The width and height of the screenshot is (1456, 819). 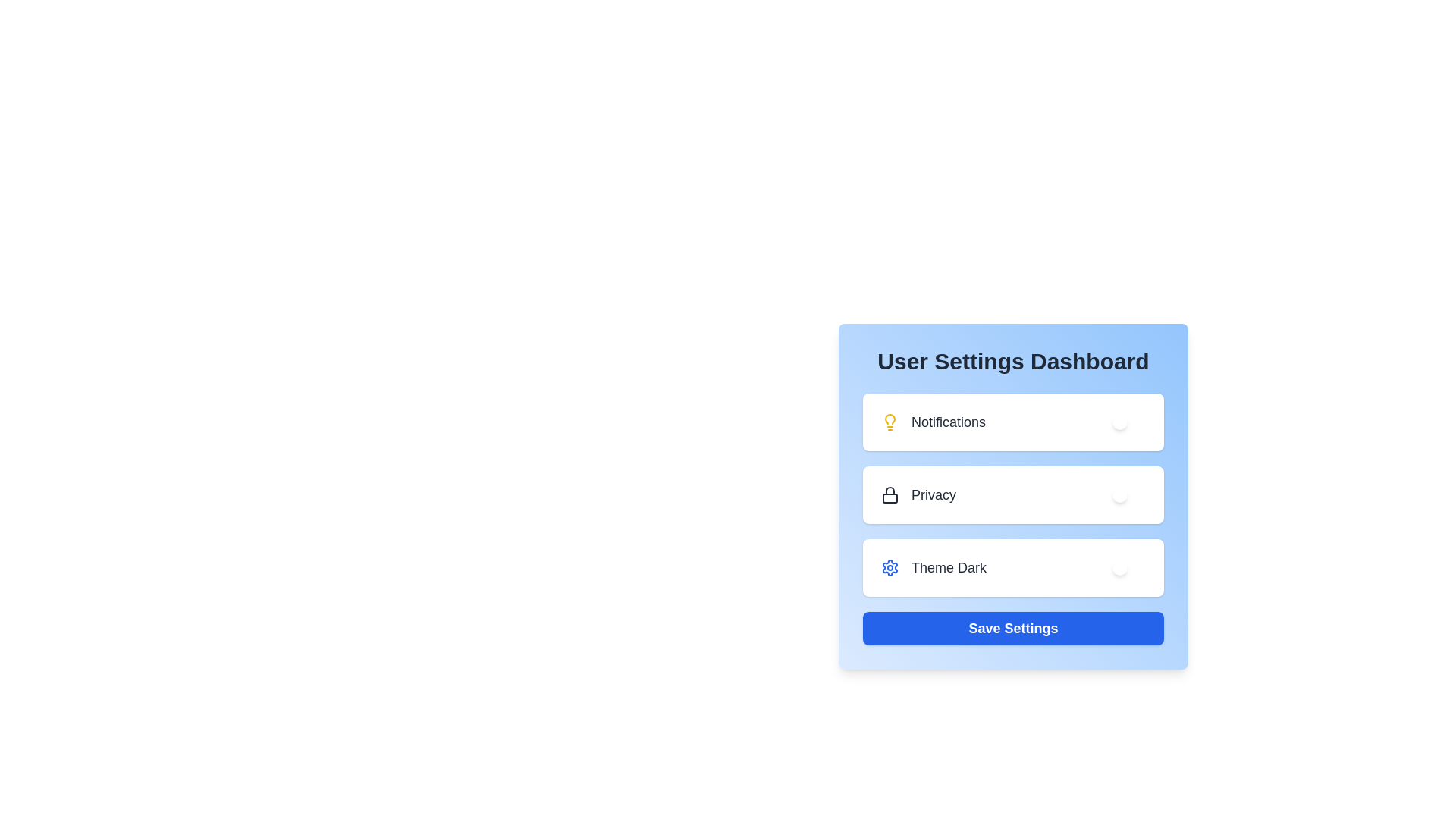 I want to click on the setting row corresponding to notifications, so click(x=1013, y=422).